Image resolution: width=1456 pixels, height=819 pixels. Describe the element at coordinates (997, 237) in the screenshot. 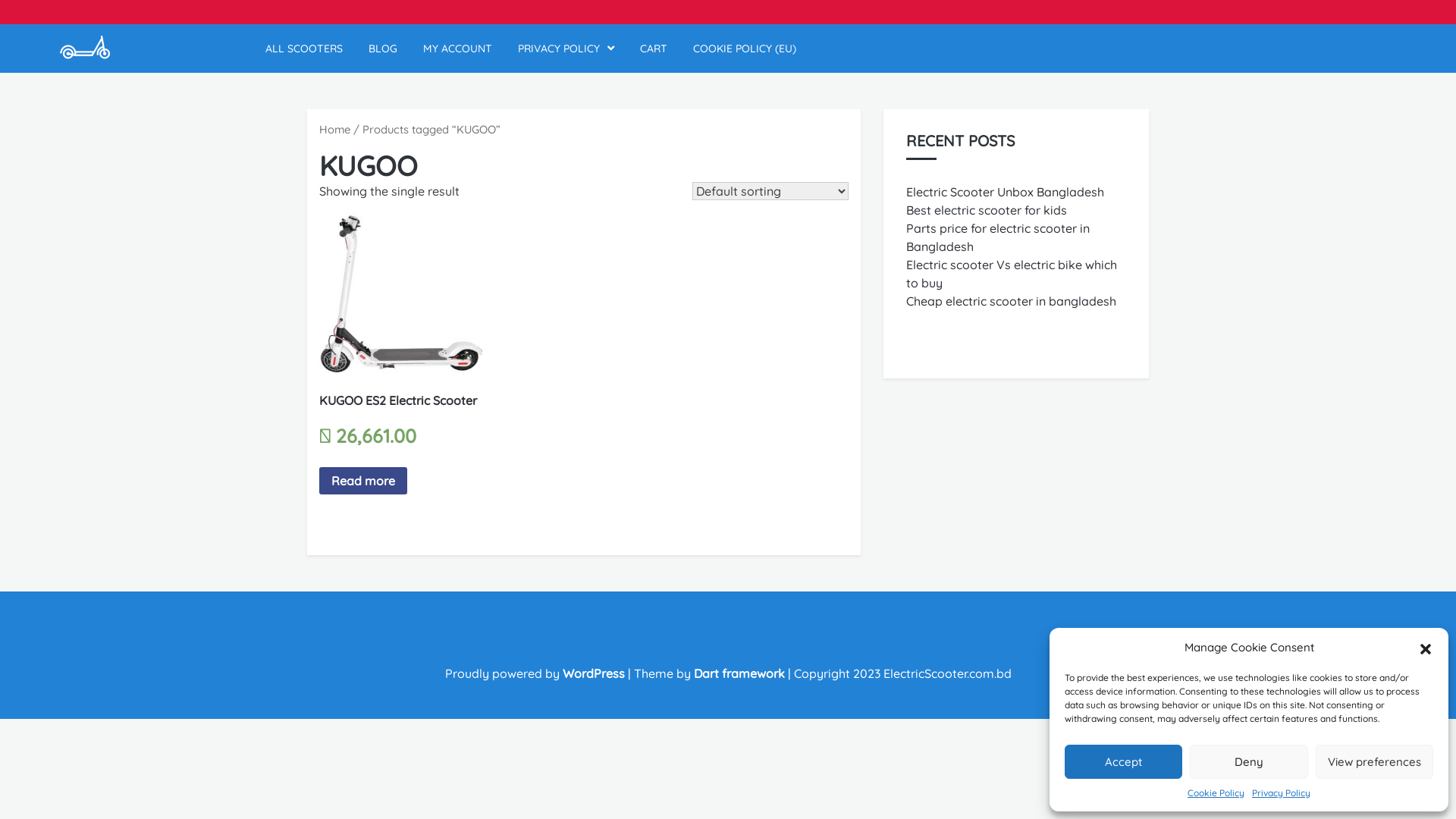

I see `'Parts price for electric scooter in Bangladesh'` at that location.